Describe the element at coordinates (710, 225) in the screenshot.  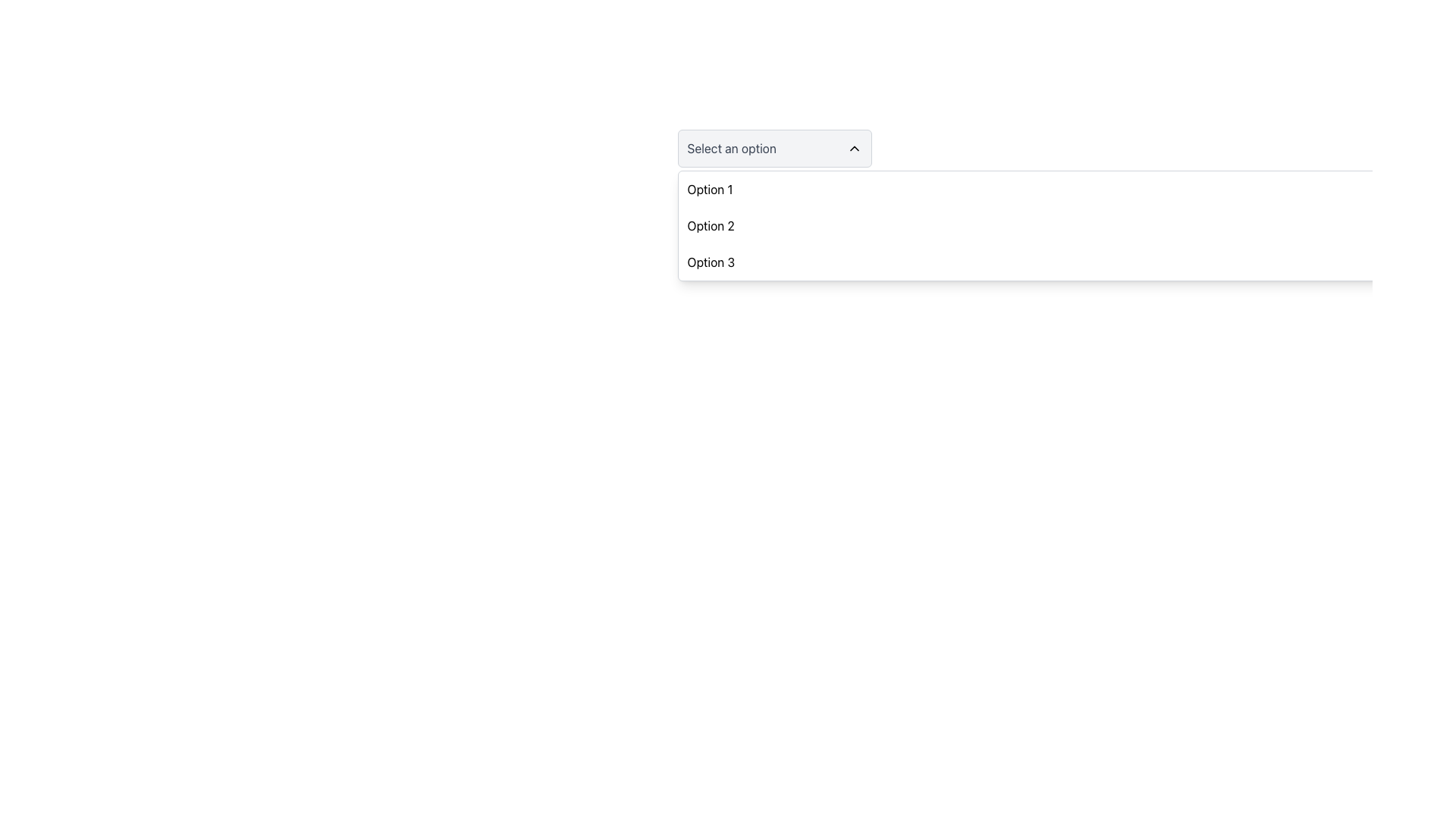
I see `the second option label in the dropdown menu` at that location.